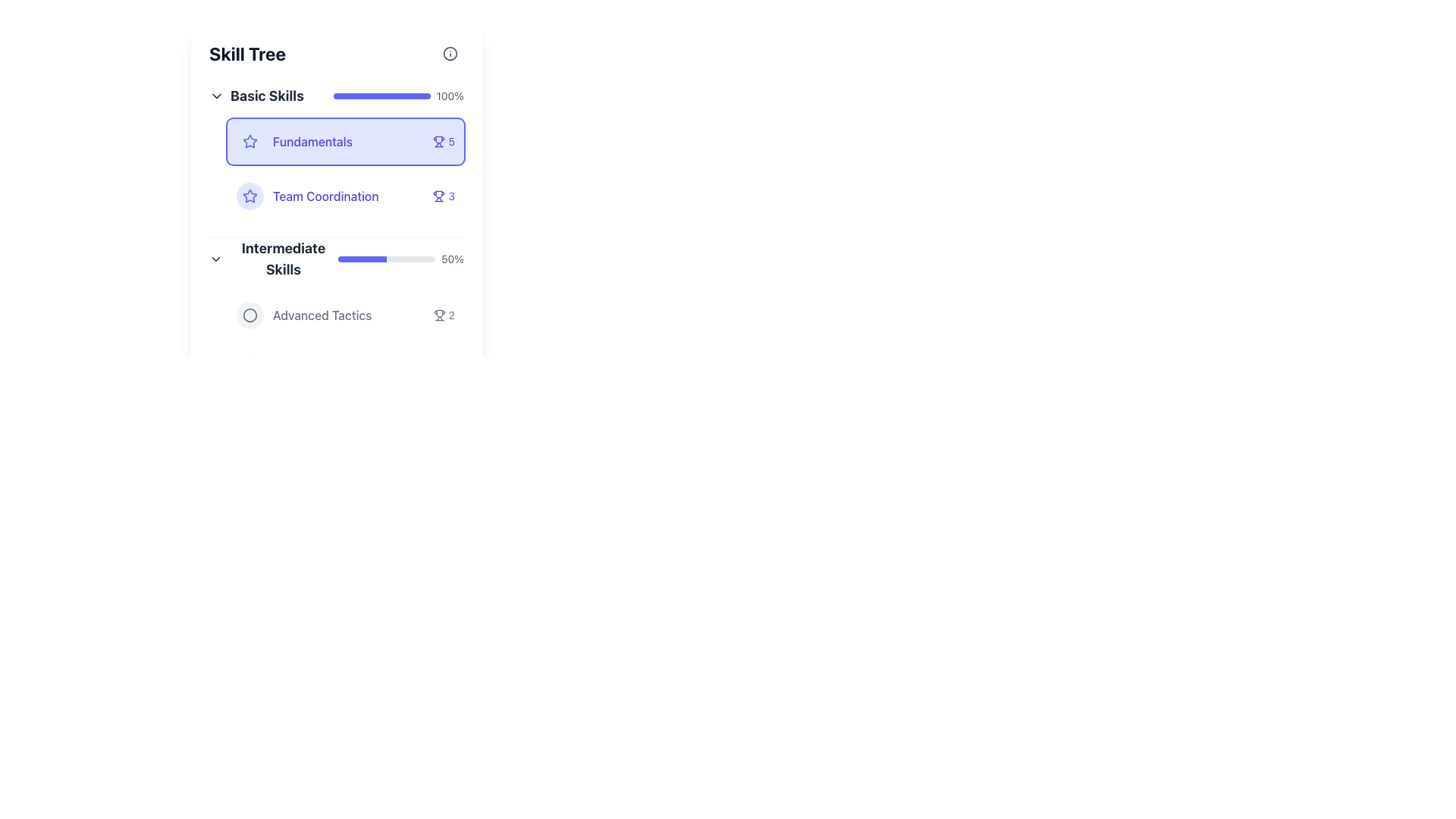  I want to click on the decorative icon associated with the 'Team Coordination' skill located in the top-left corner of the 'Basic Skills' section, so click(250, 195).